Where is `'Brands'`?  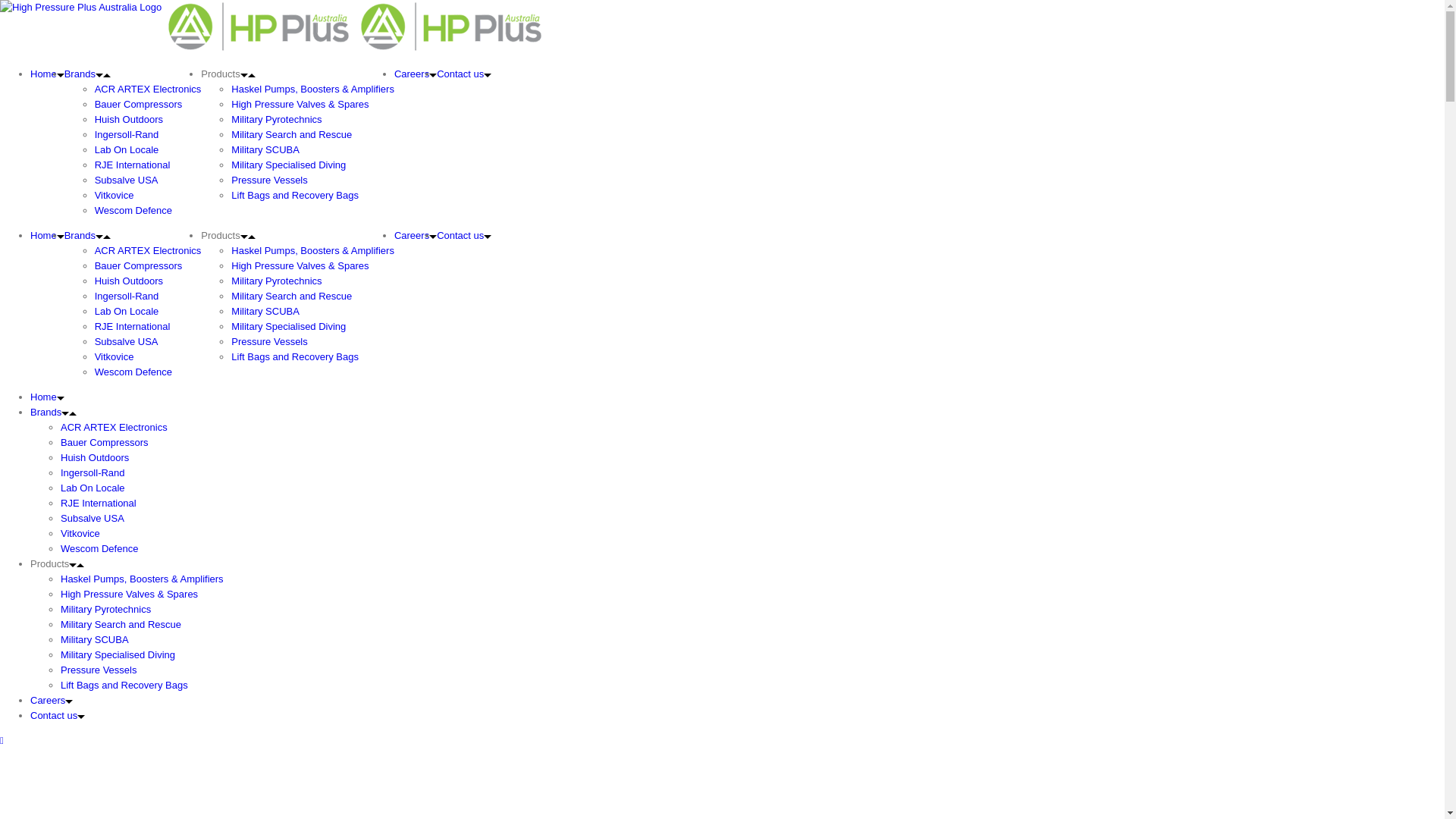 'Brands' is located at coordinates (86, 235).